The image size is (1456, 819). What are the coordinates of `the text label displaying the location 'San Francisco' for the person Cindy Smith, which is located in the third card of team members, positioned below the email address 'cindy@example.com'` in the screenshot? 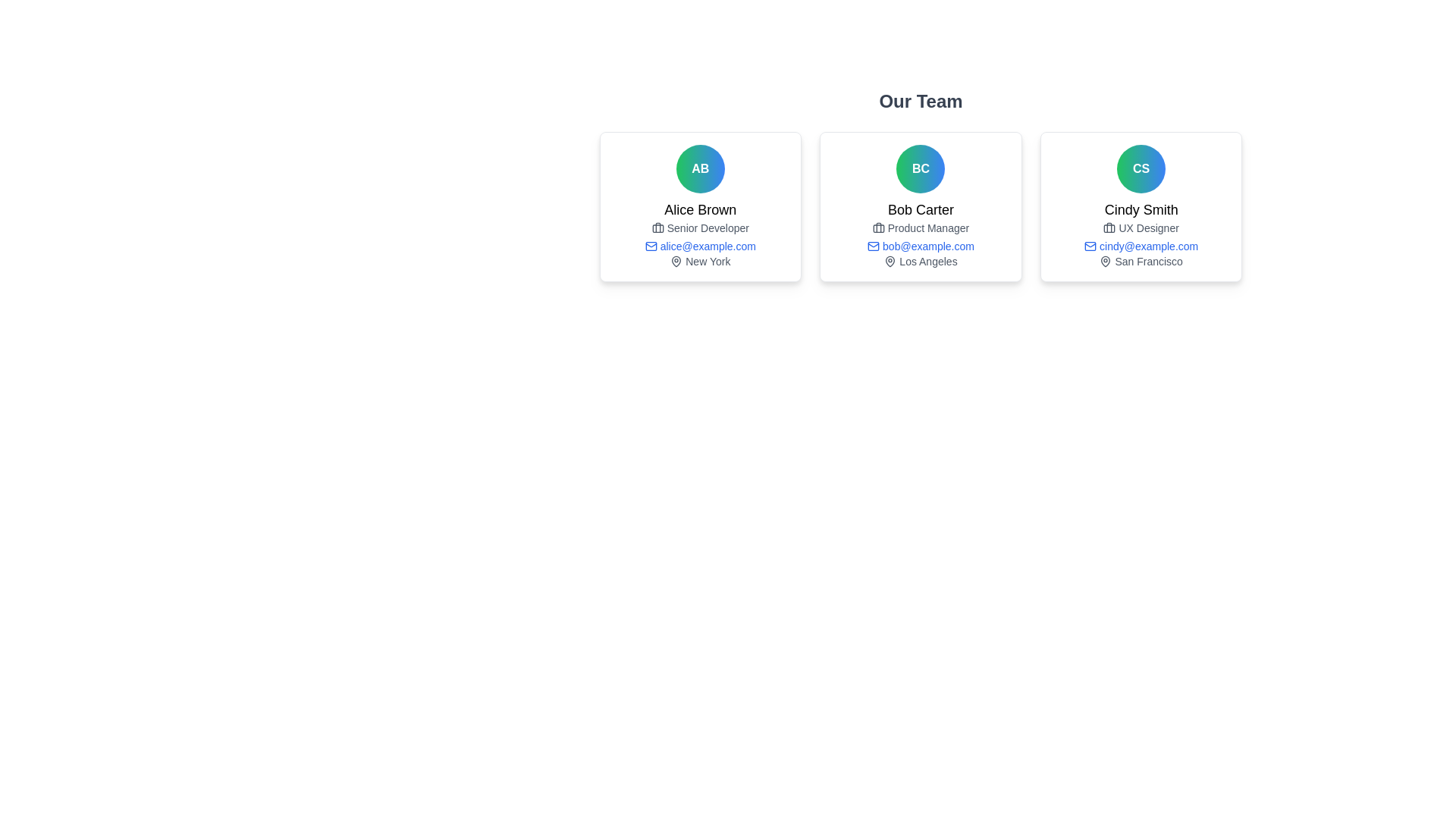 It's located at (1141, 260).